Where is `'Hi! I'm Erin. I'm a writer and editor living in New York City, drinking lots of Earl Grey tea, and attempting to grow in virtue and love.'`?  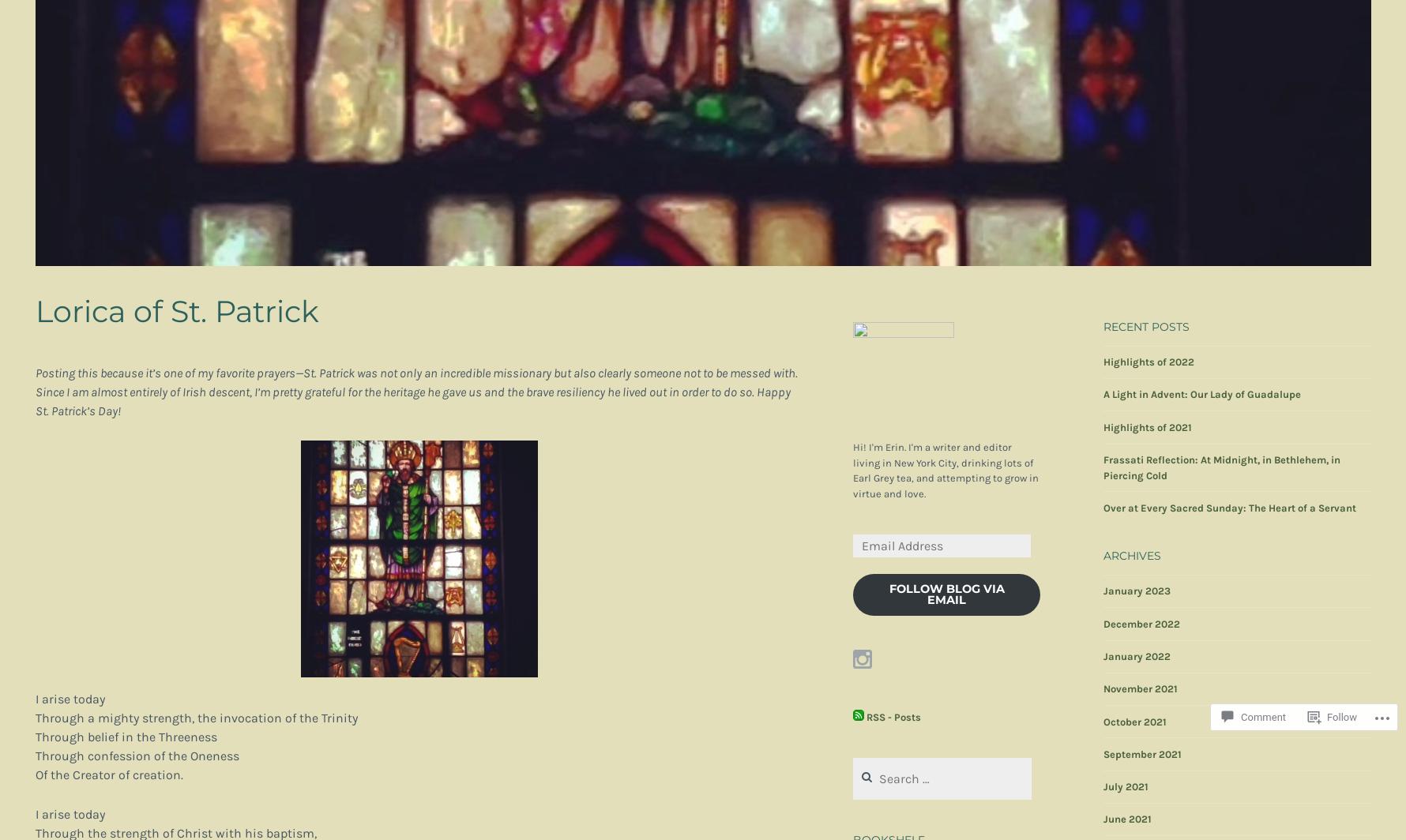 'Hi! I'm Erin. I'm a writer and editor living in New York City, drinking lots of Earl Grey tea, and attempting to grow in virtue and love.' is located at coordinates (945, 470).